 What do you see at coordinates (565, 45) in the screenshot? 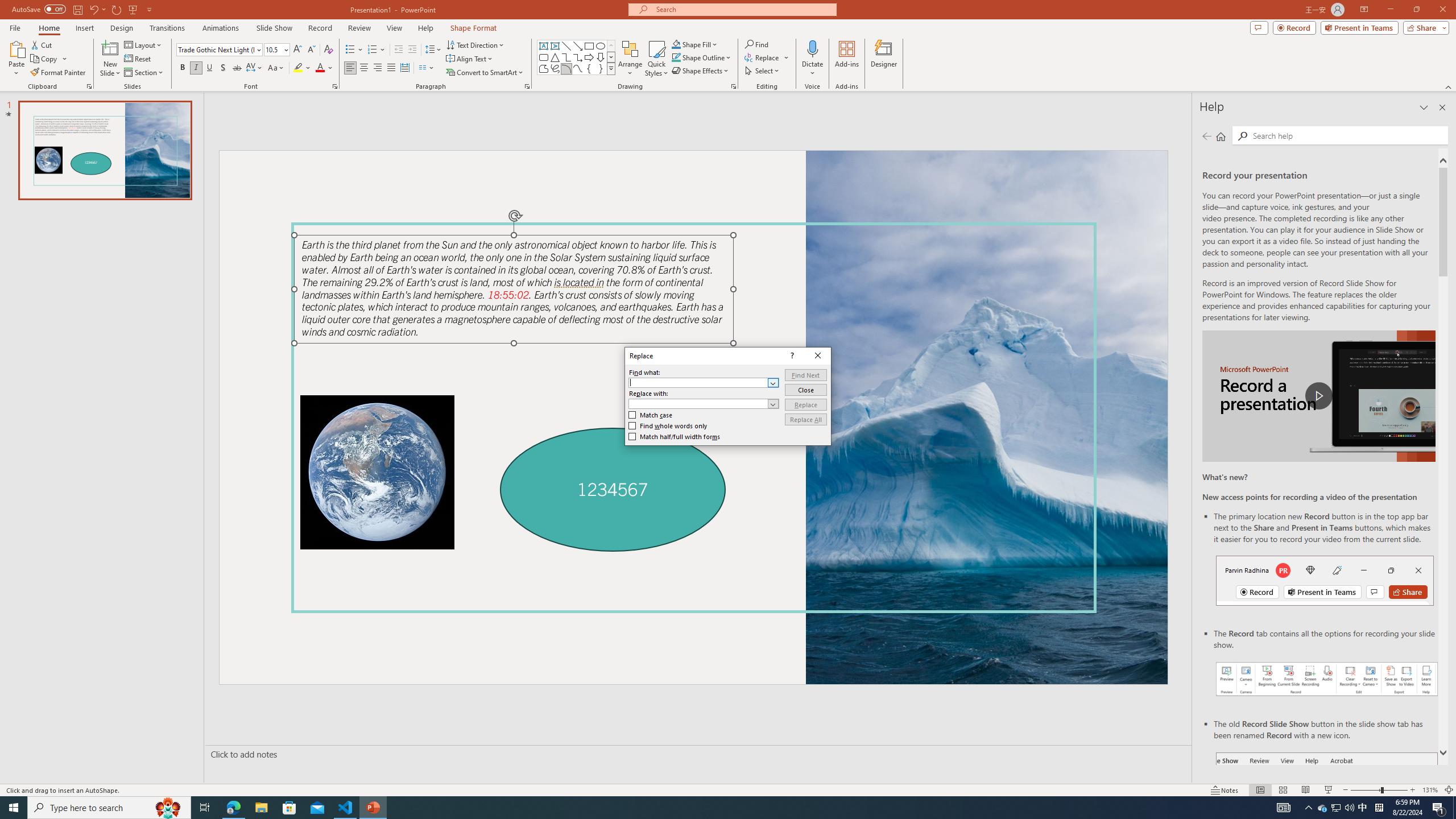
I see `'Line'` at bounding box center [565, 45].